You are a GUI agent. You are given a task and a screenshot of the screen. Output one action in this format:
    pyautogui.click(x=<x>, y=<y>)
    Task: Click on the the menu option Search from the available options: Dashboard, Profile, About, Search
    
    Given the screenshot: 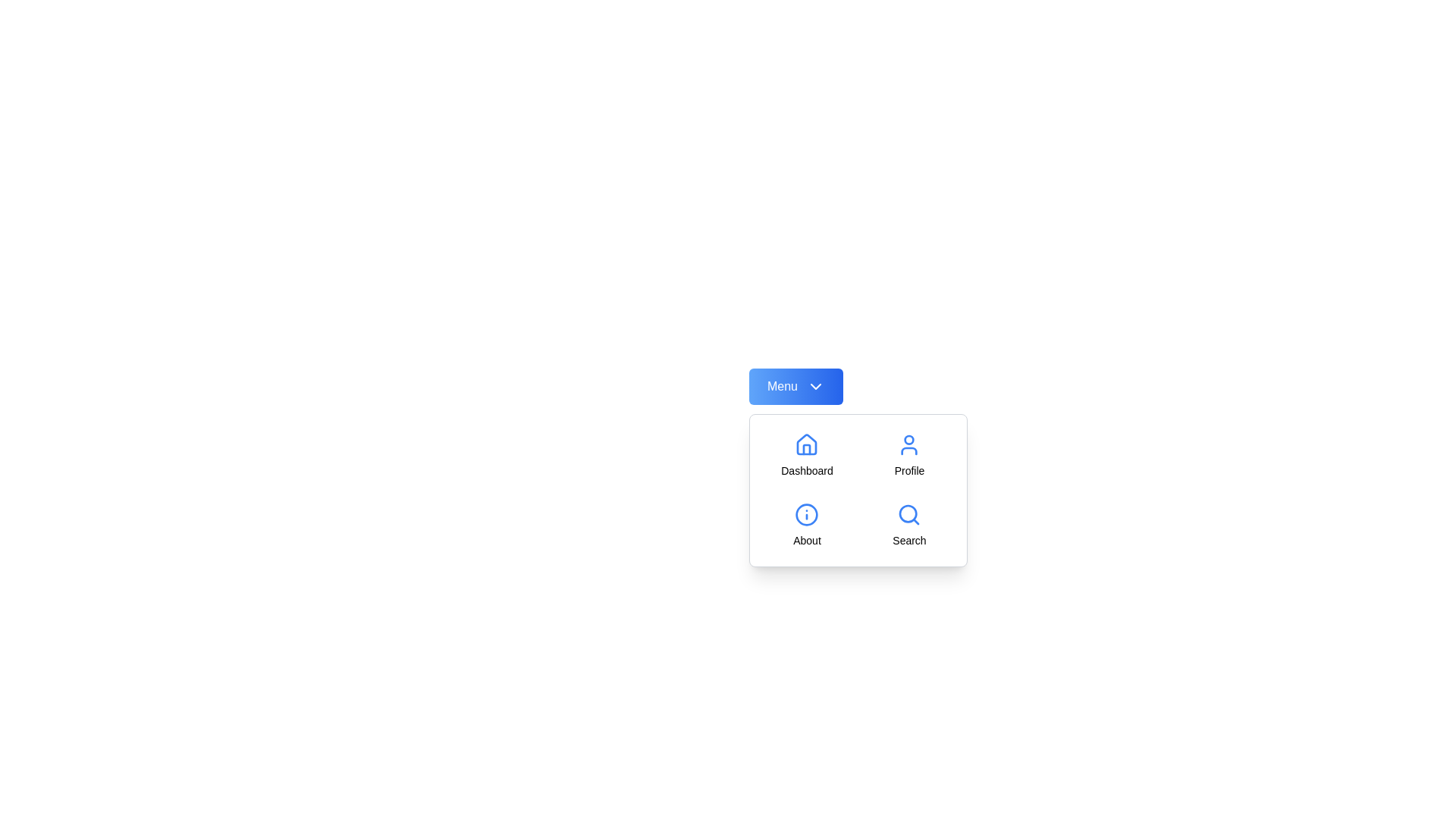 What is the action you would take?
    pyautogui.click(x=909, y=525)
    